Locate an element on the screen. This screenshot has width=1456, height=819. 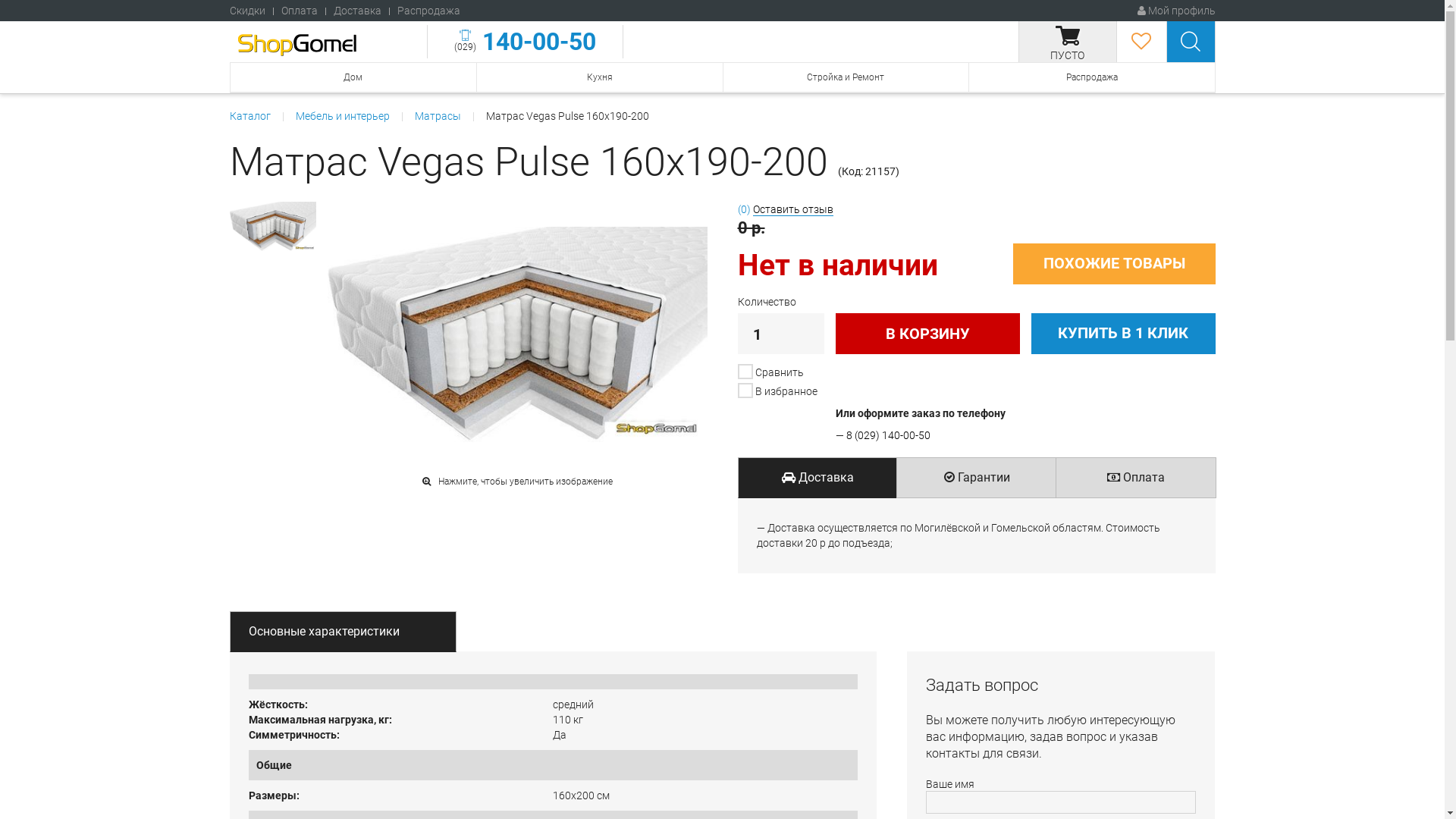
'140-00-50' is located at coordinates (535, 40).